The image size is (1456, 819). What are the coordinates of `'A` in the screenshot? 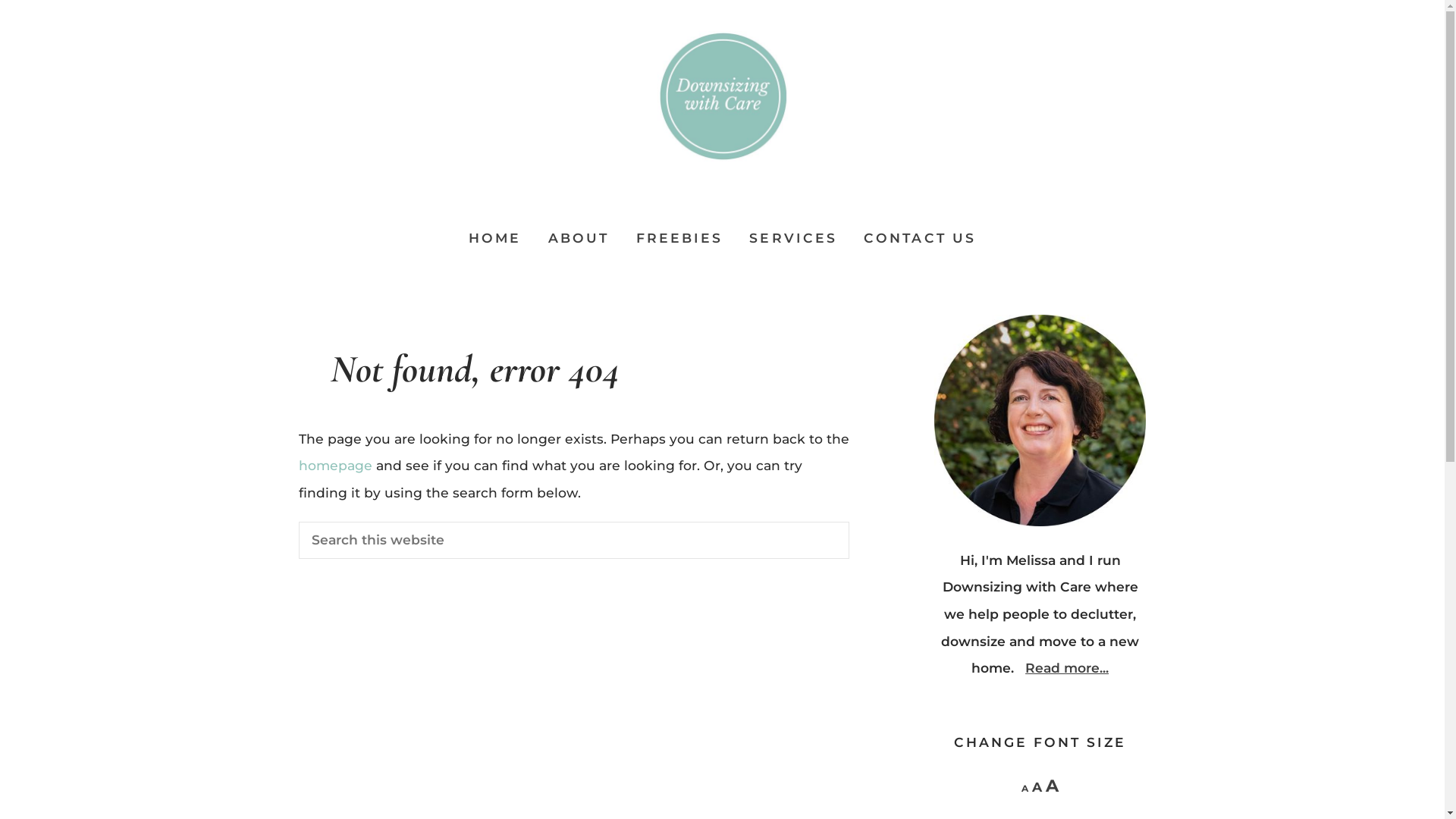 It's located at (1021, 787).